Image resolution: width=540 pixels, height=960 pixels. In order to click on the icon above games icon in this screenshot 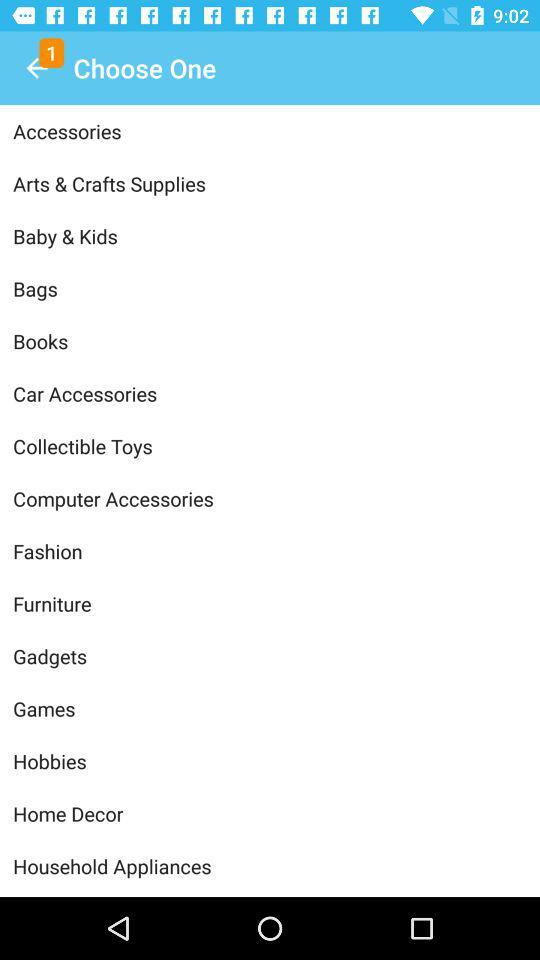, I will do `click(270, 655)`.